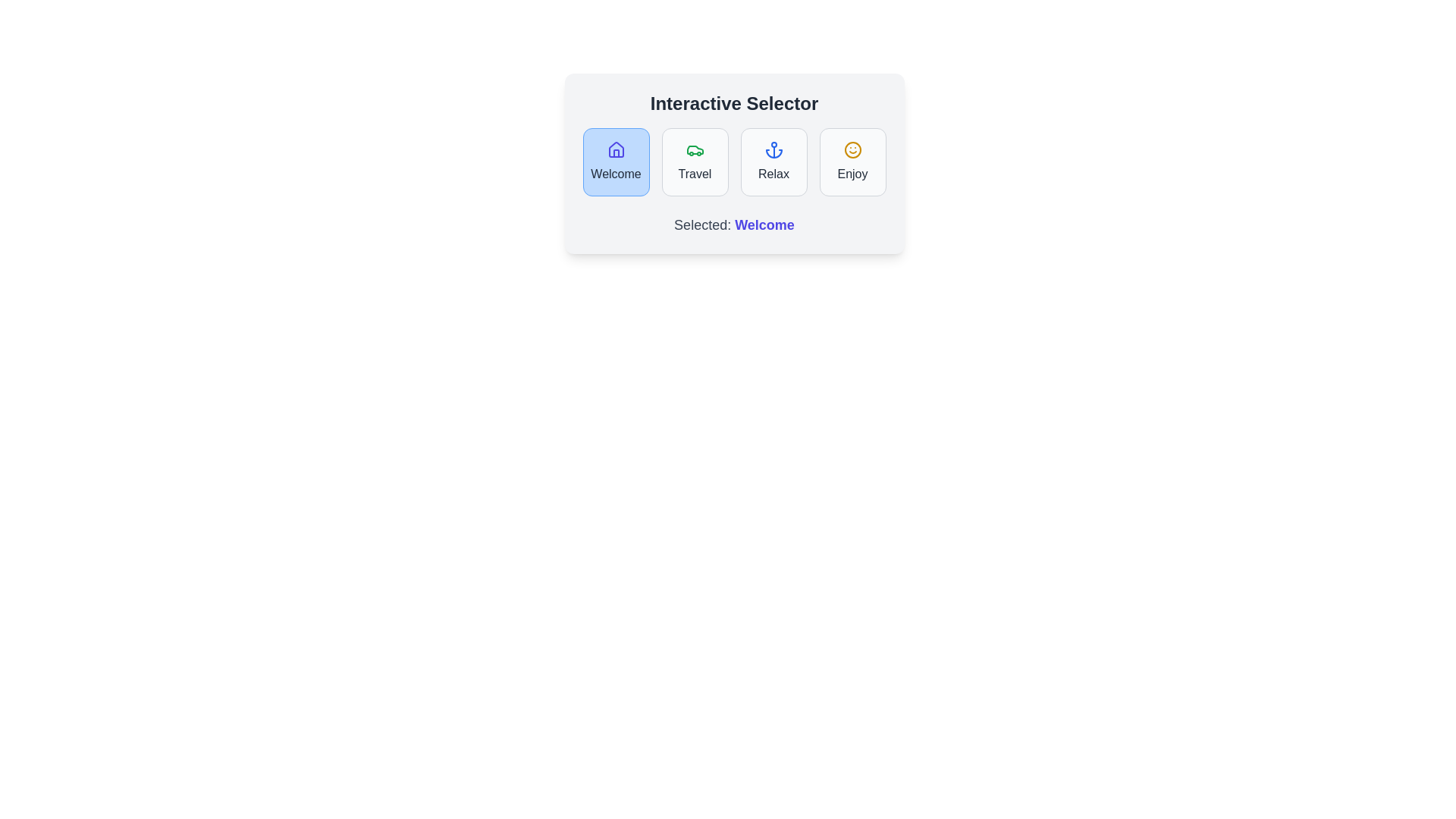  I want to click on the 'Travel' icon, so click(694, 149).